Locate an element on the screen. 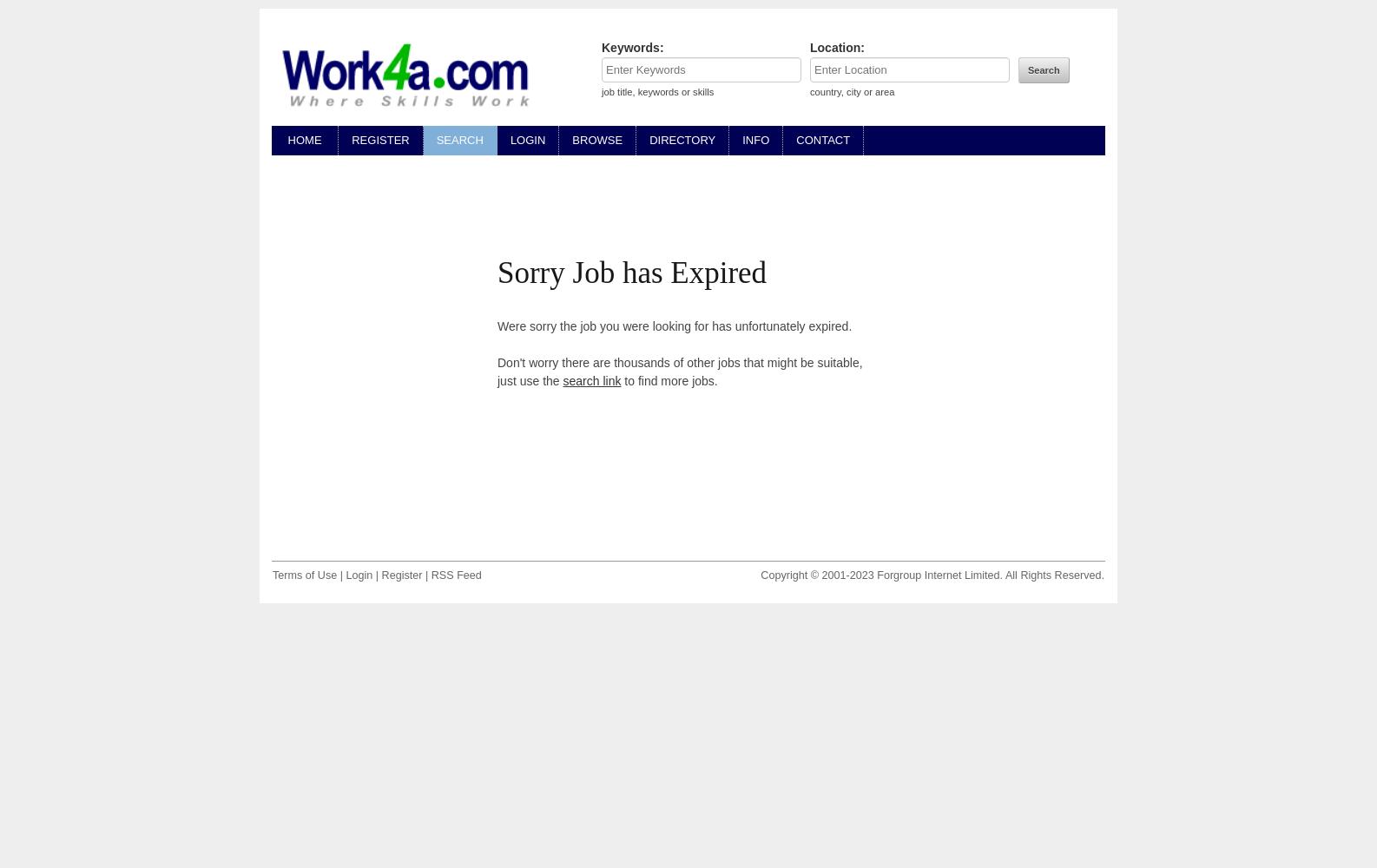  'Register' is located at coordinates (380, 575).